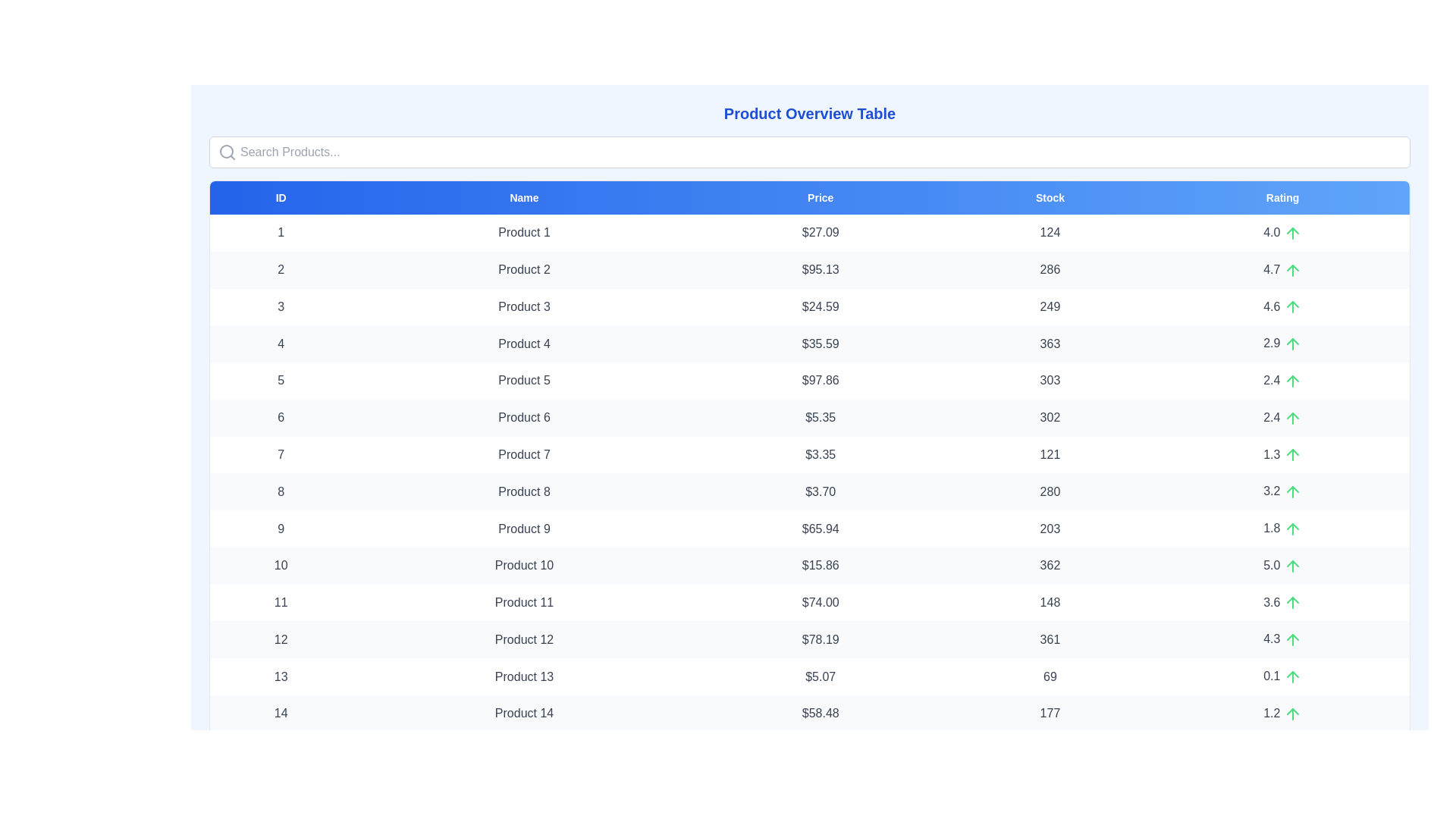 The height and width of the screenshot is (819, 1456). I want to click on the header labeled Price to sort the table by that column, so click(820, 197).